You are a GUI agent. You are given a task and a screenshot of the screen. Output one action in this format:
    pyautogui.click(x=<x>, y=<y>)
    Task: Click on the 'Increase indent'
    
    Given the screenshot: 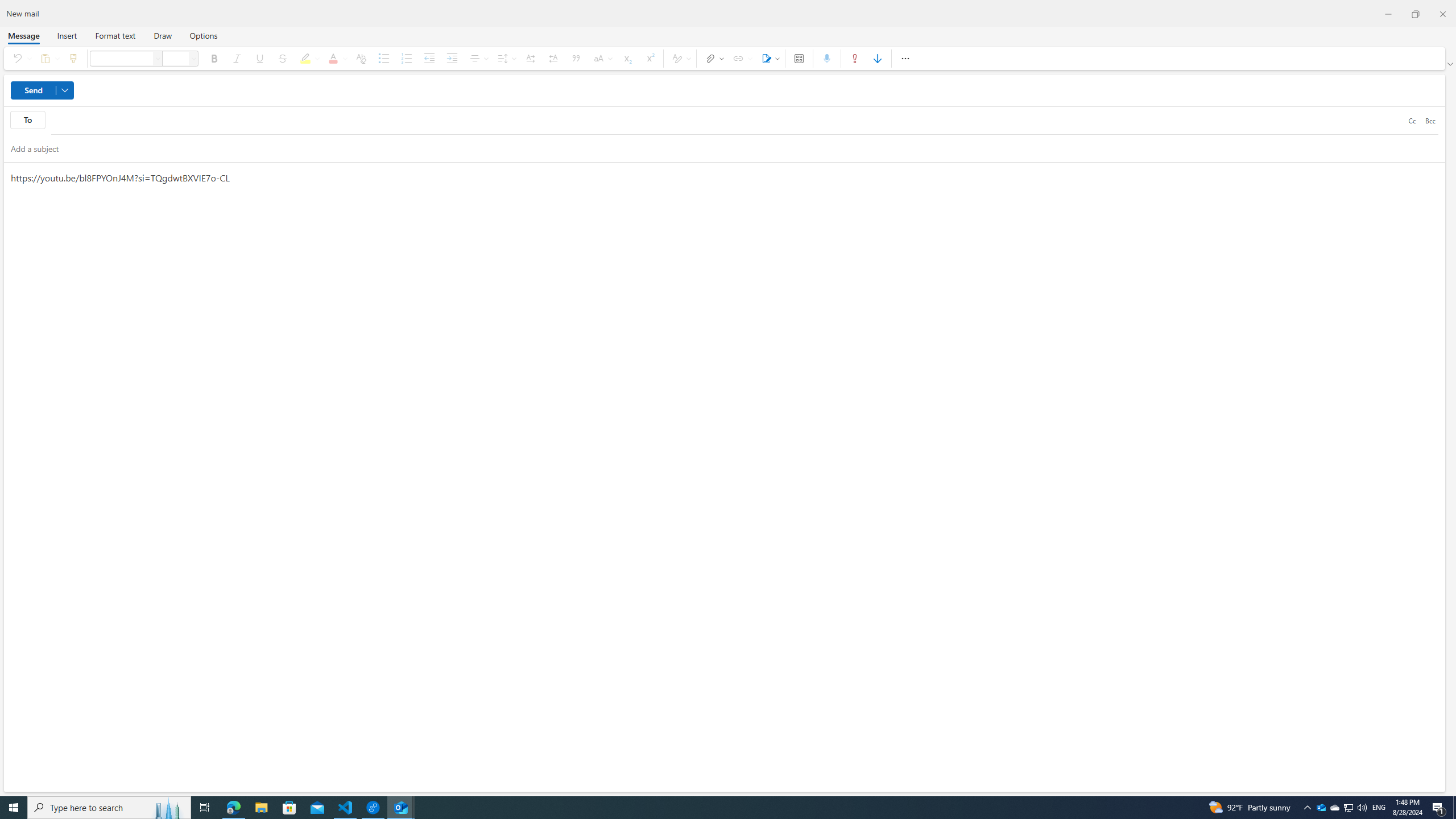 What is the action you would take?
    pyautogui.click(x=452, y=58)
    